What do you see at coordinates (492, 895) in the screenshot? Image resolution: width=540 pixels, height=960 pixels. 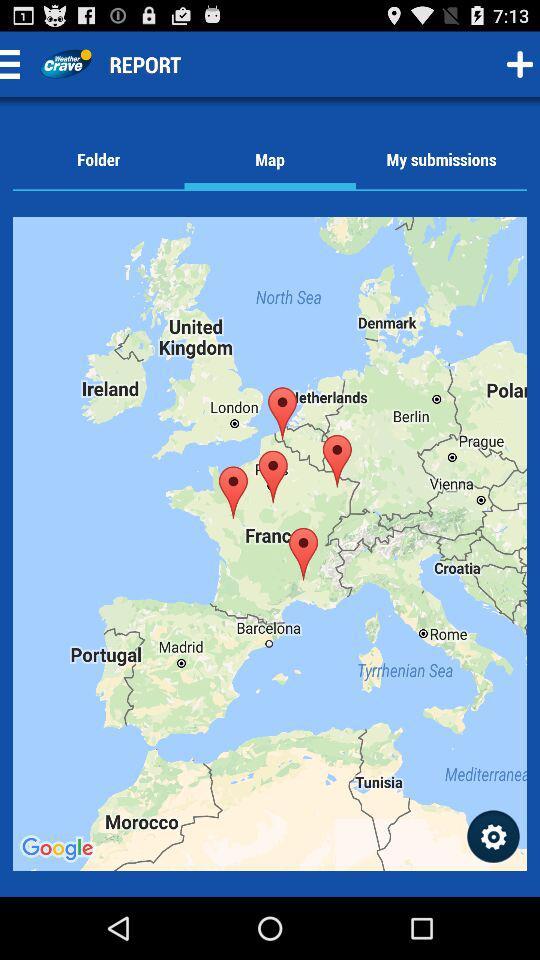 I see `the settings icon` at bounding box center [492, 895].